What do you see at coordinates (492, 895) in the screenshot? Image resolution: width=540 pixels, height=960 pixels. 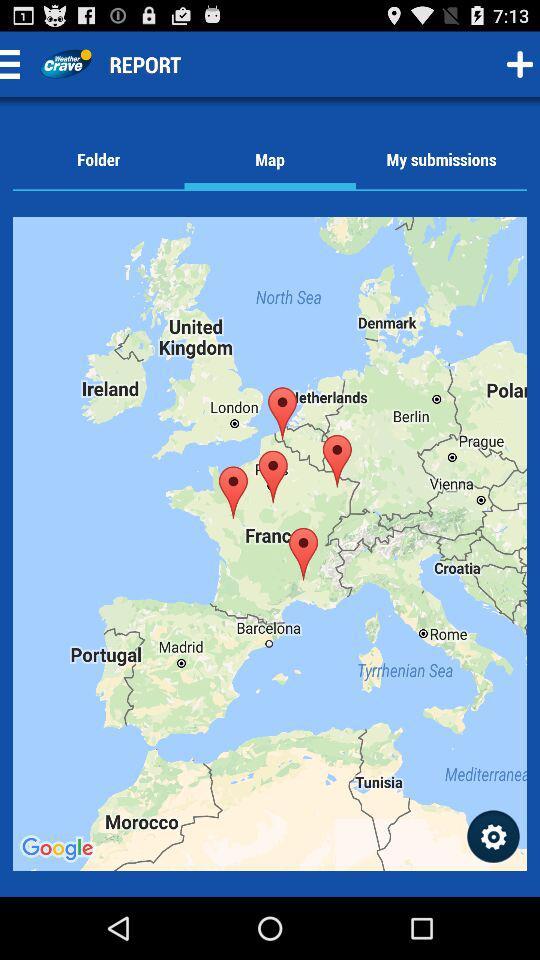 I see `the settings icon` at bounding box center [492, 895].